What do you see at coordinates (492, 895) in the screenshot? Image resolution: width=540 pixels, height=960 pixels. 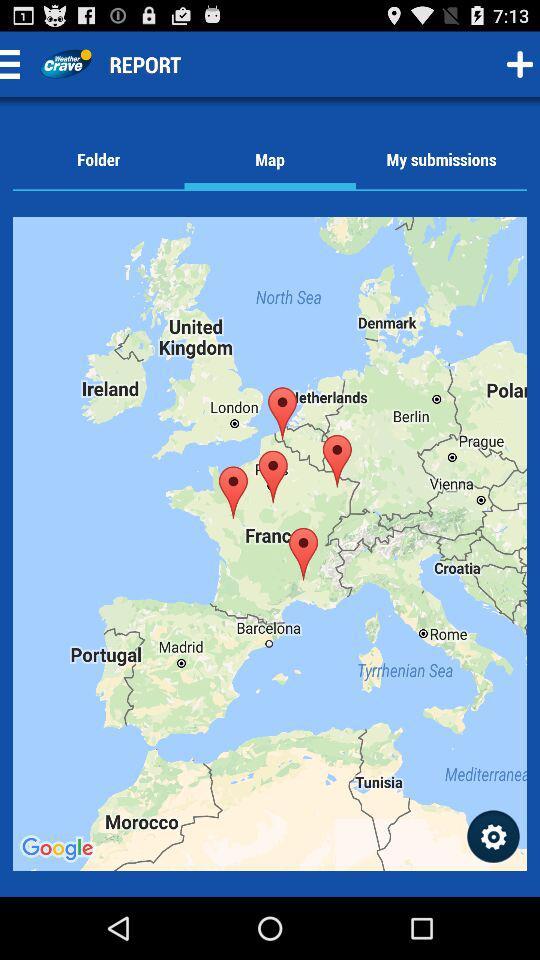 I see `the settings icon` at bounding box center [492, 895].